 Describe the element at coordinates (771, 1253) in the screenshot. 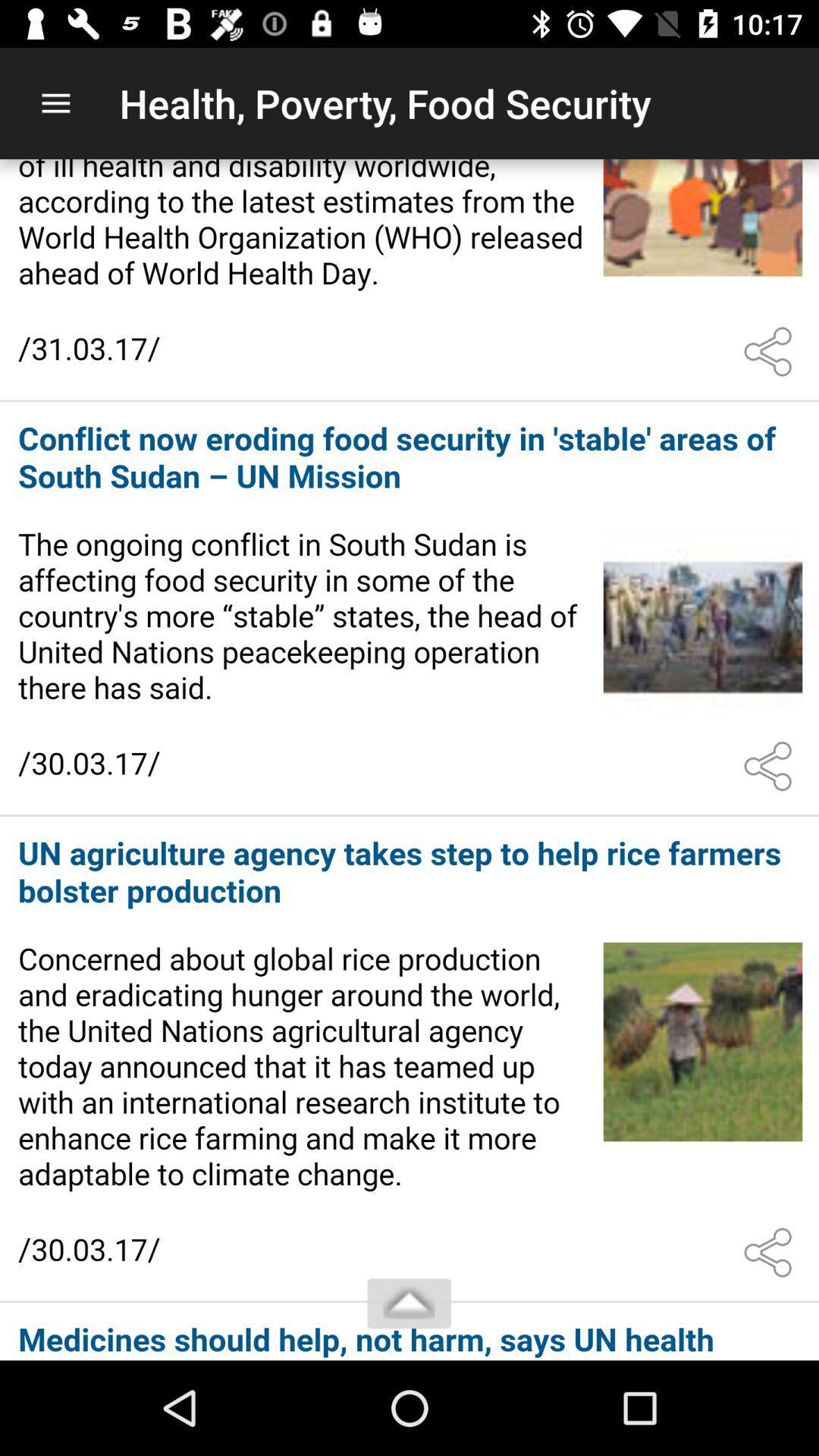

I see `share the article` at that location.